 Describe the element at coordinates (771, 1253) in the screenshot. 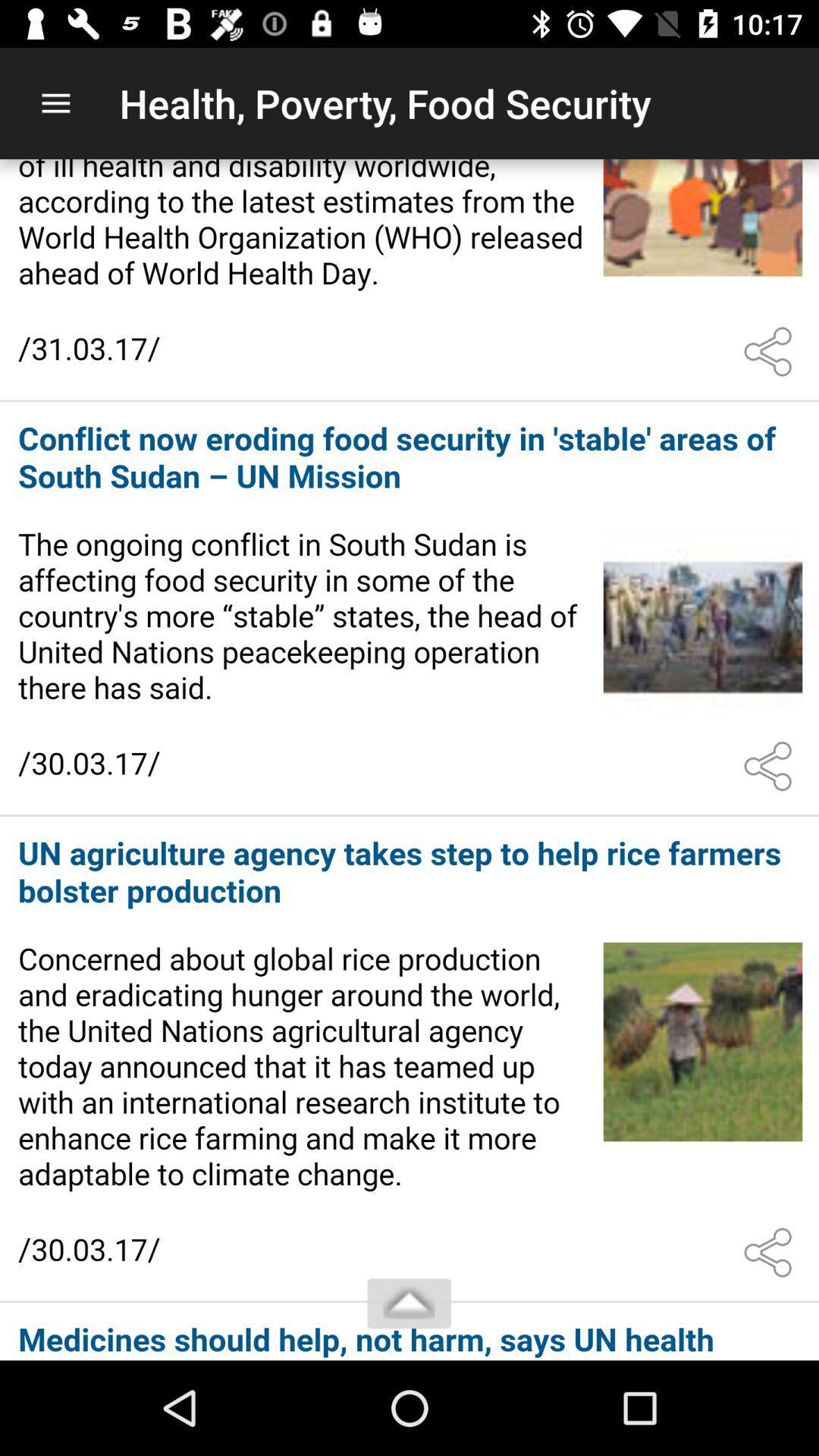

I see `share the article` at that location.